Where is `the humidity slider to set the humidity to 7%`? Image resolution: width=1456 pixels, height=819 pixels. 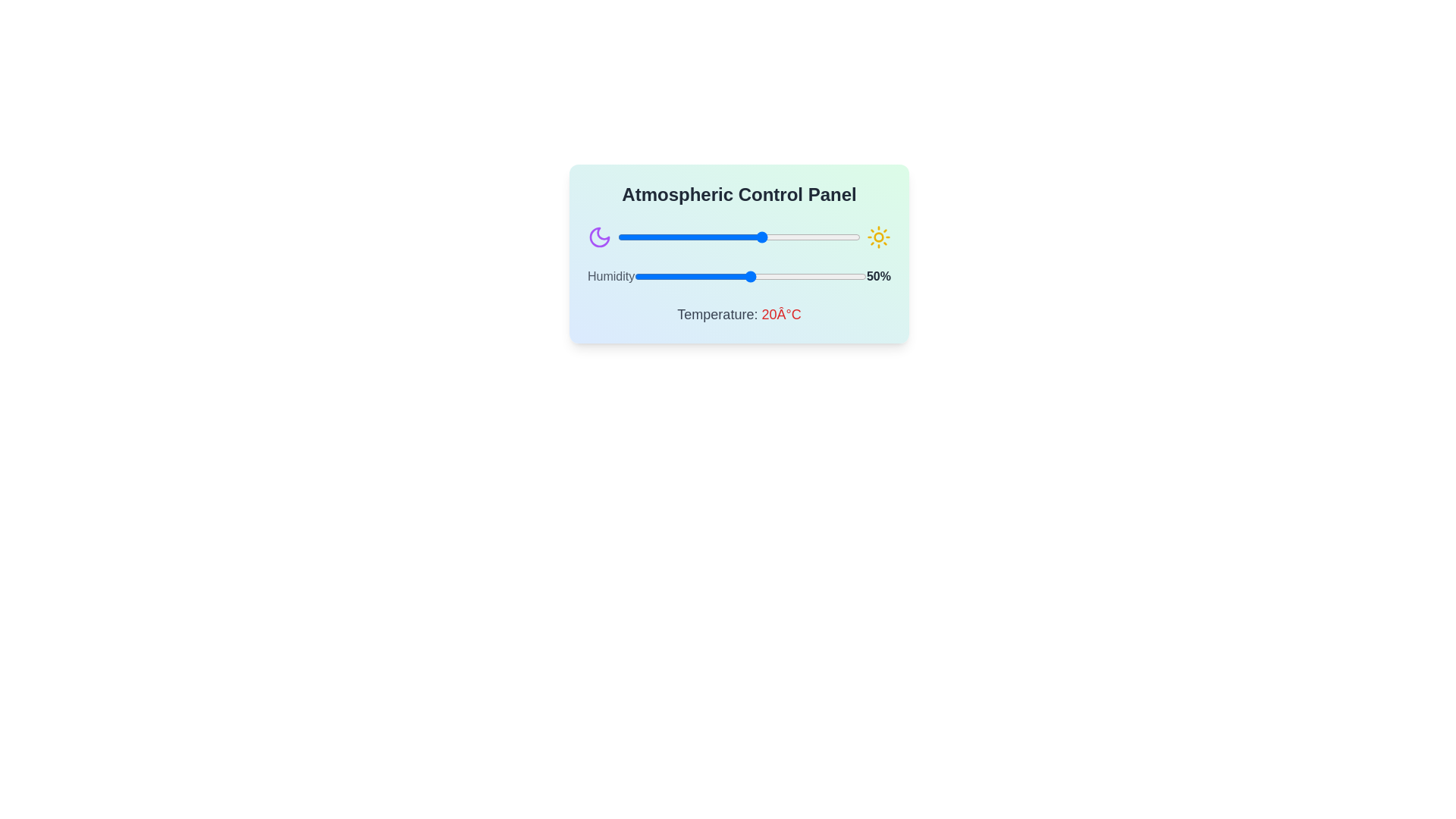 the humidity slider to set the humidity to 7% is located at coordinates (651, 277).